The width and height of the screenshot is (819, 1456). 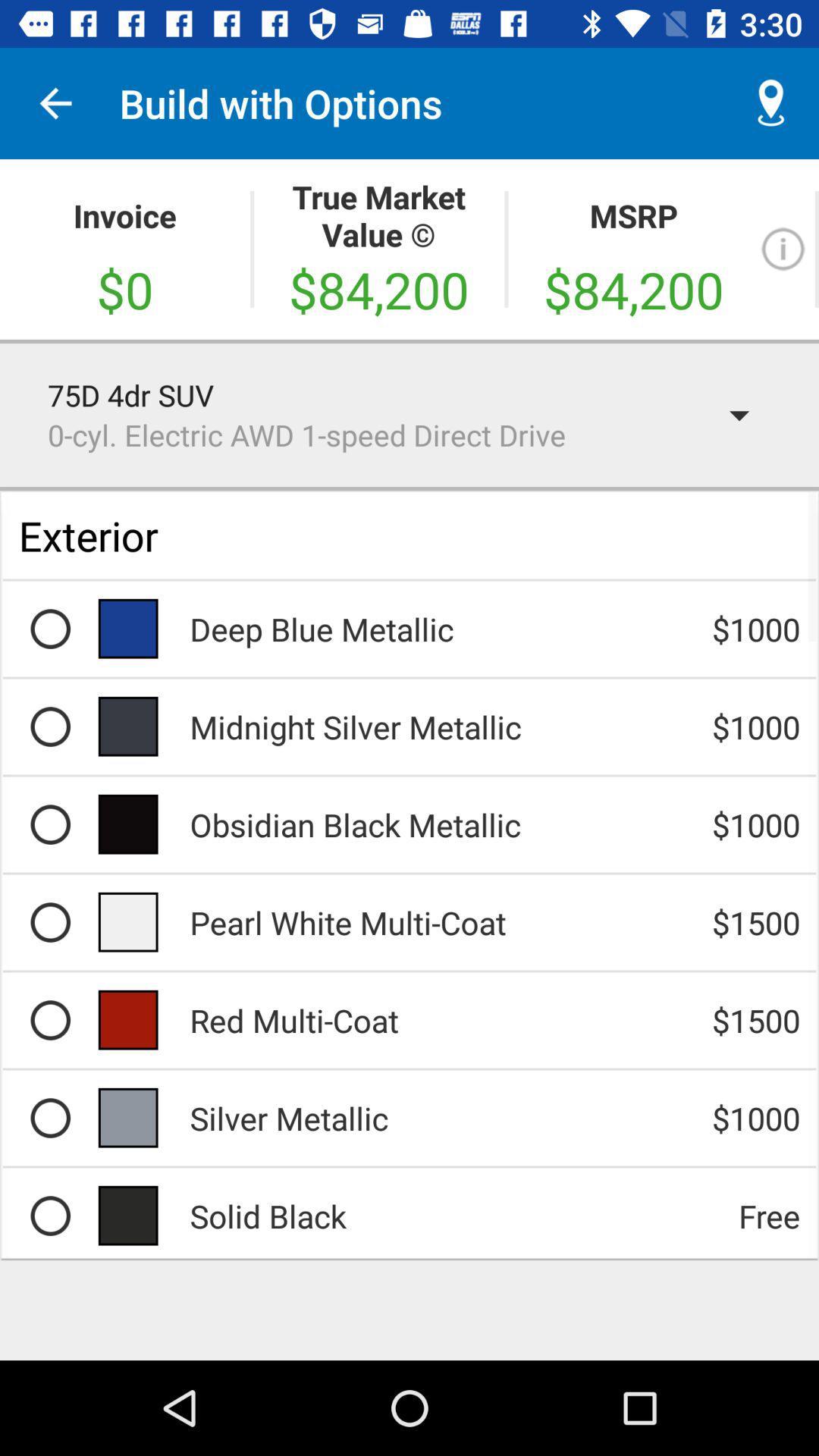 What do you see at coordinates (49, 1020) in the screenshot?
I see `color choice` at bounding box center [49, 1020].